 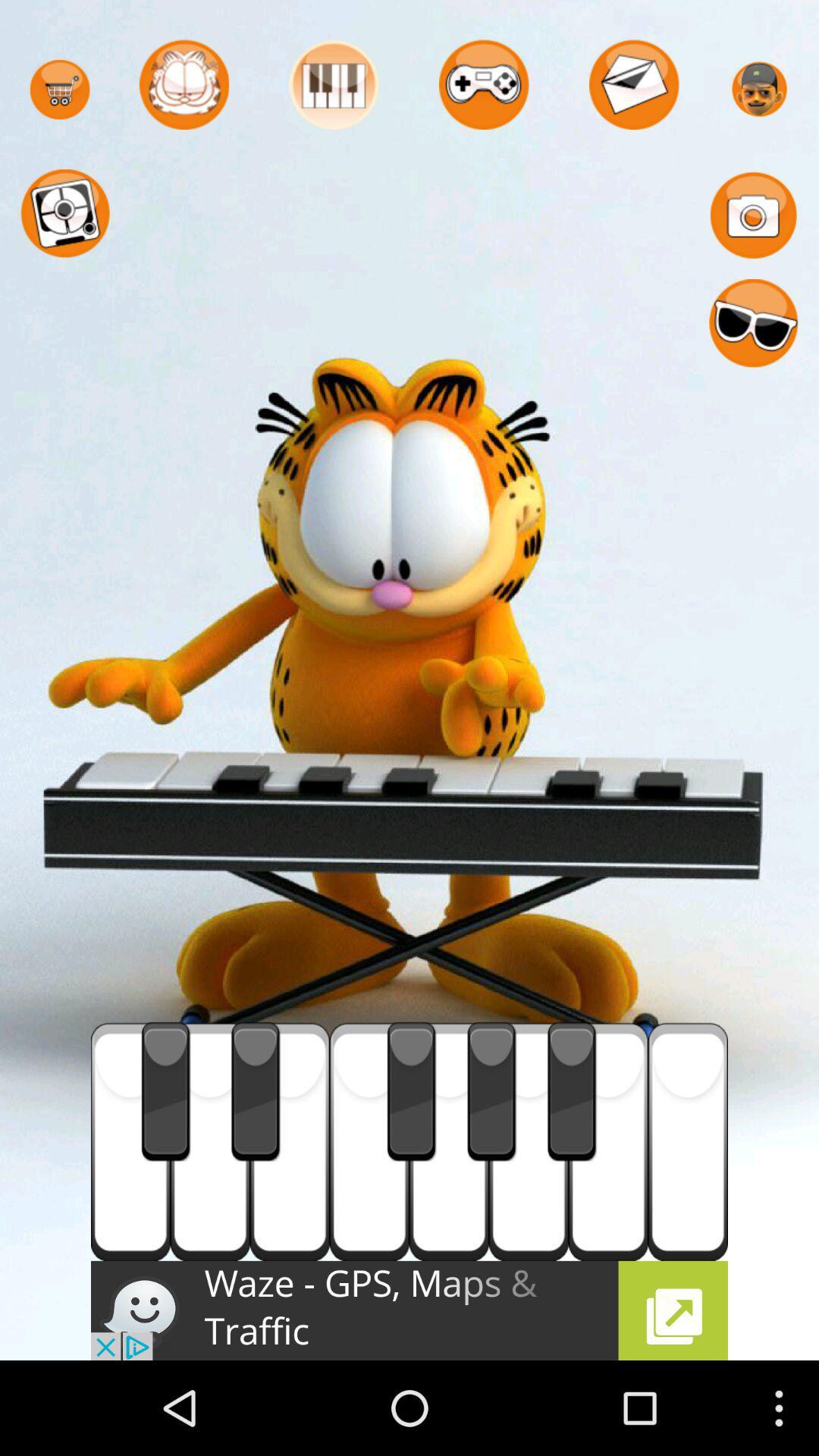 What do you see at coordinates (607, 1141) in the screenshot?
I see `improper tagging` at bounding box center [607, 1141].